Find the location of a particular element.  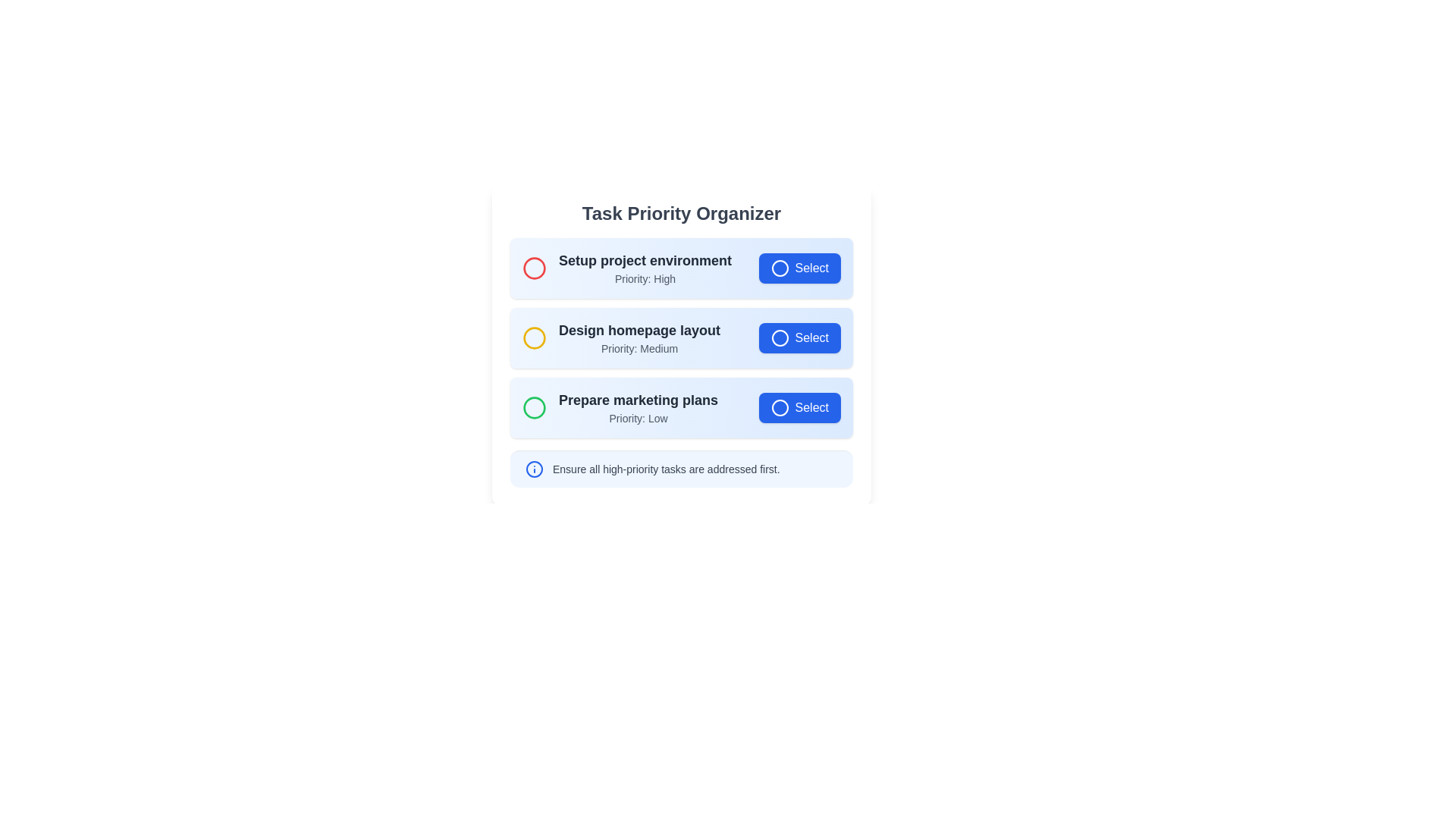

information provided in the informational message box located at the bottom of the 'Task Priority Organizer', which is the last element within the grouped content is located at coordinates (680, 468).